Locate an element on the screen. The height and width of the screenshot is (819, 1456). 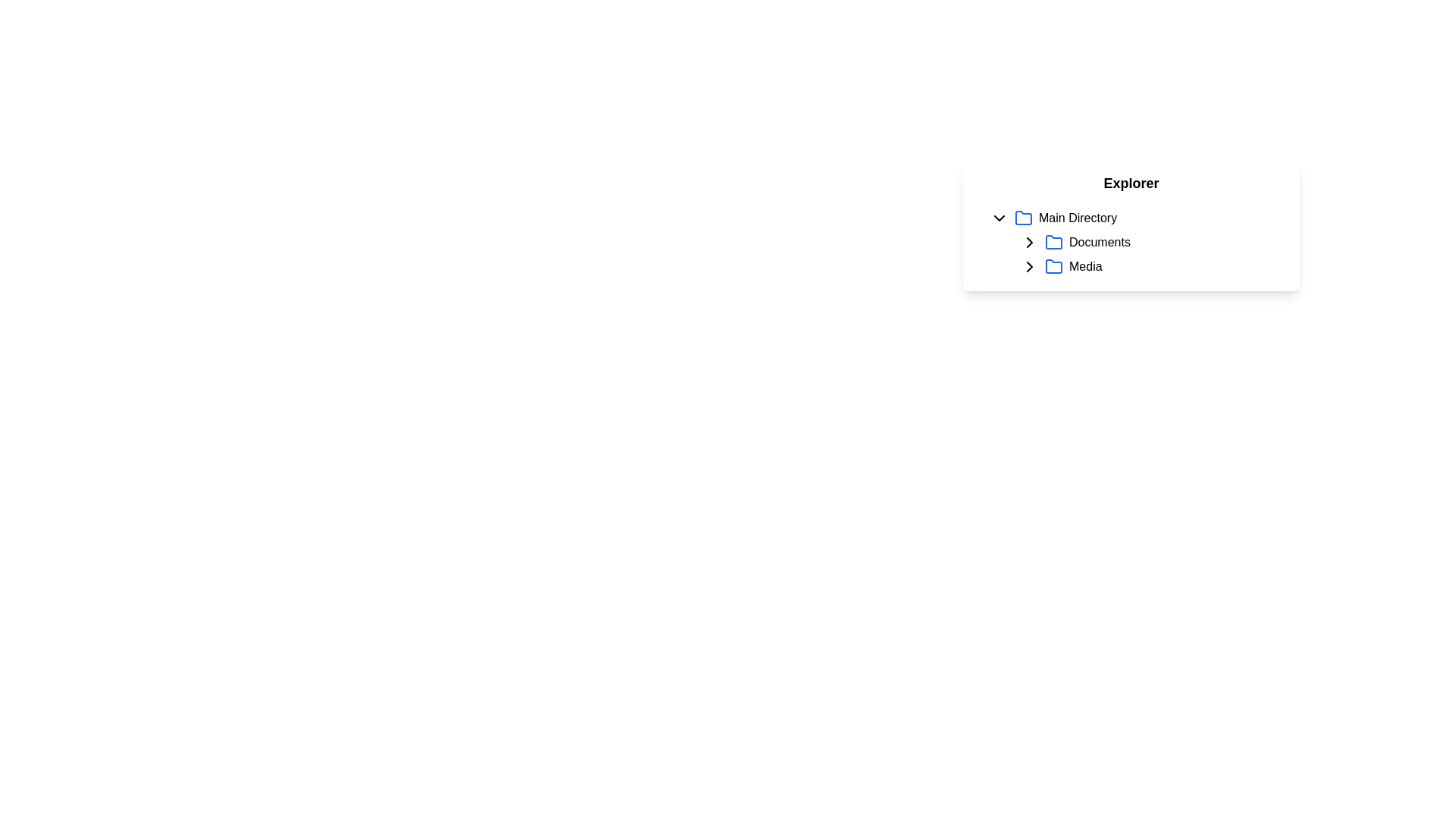
the blue folder icon in the navigation panel, located before the 'Main Directory' label, to observe its visual change or tooltip is located at coordinates (1023, 218).